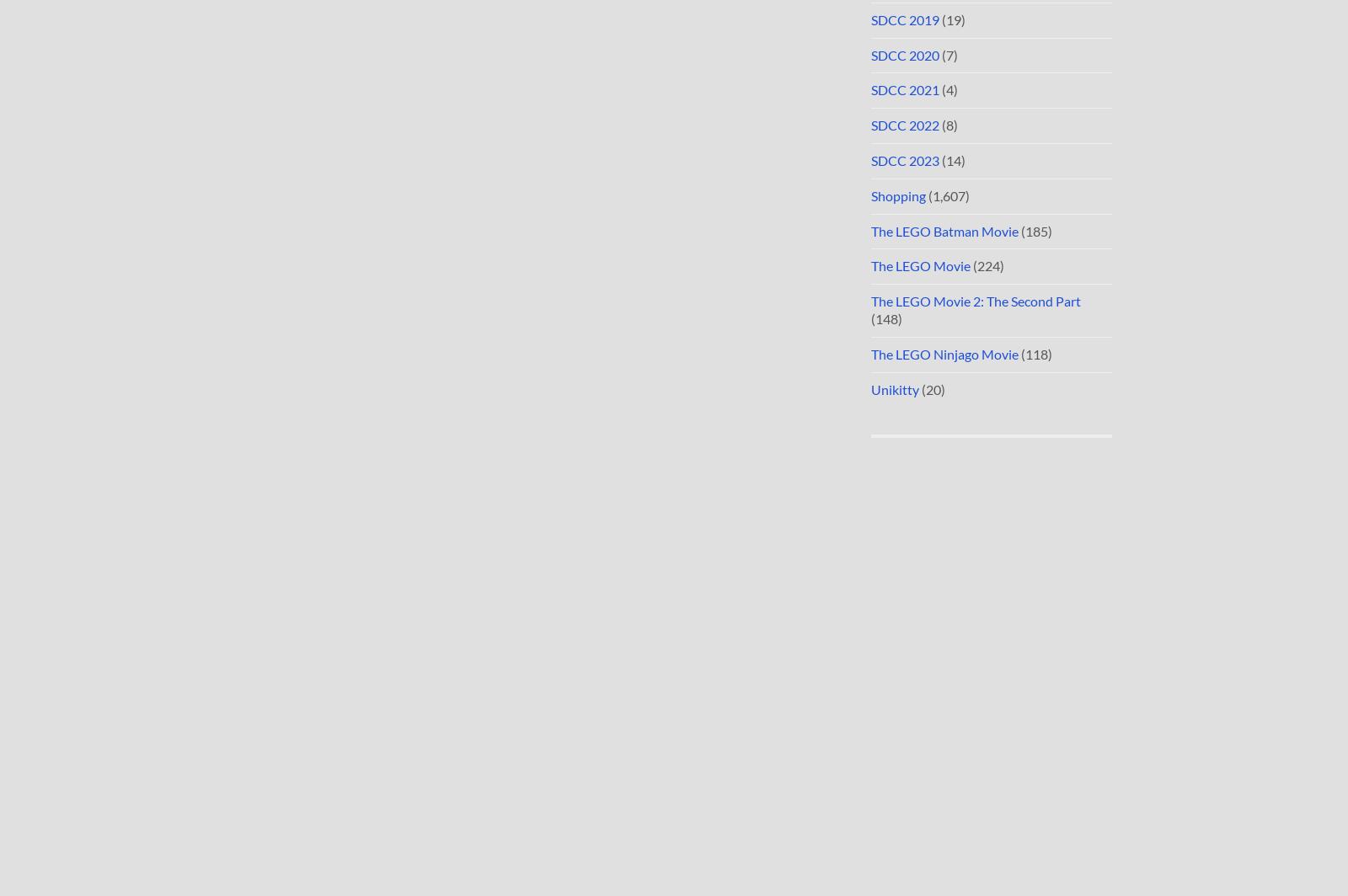 The height and width of the screenshot is (896, 1348). Describe the element at coordinates (905, 19) in the screenshot. I see `'SDCC 2019'` at that location.